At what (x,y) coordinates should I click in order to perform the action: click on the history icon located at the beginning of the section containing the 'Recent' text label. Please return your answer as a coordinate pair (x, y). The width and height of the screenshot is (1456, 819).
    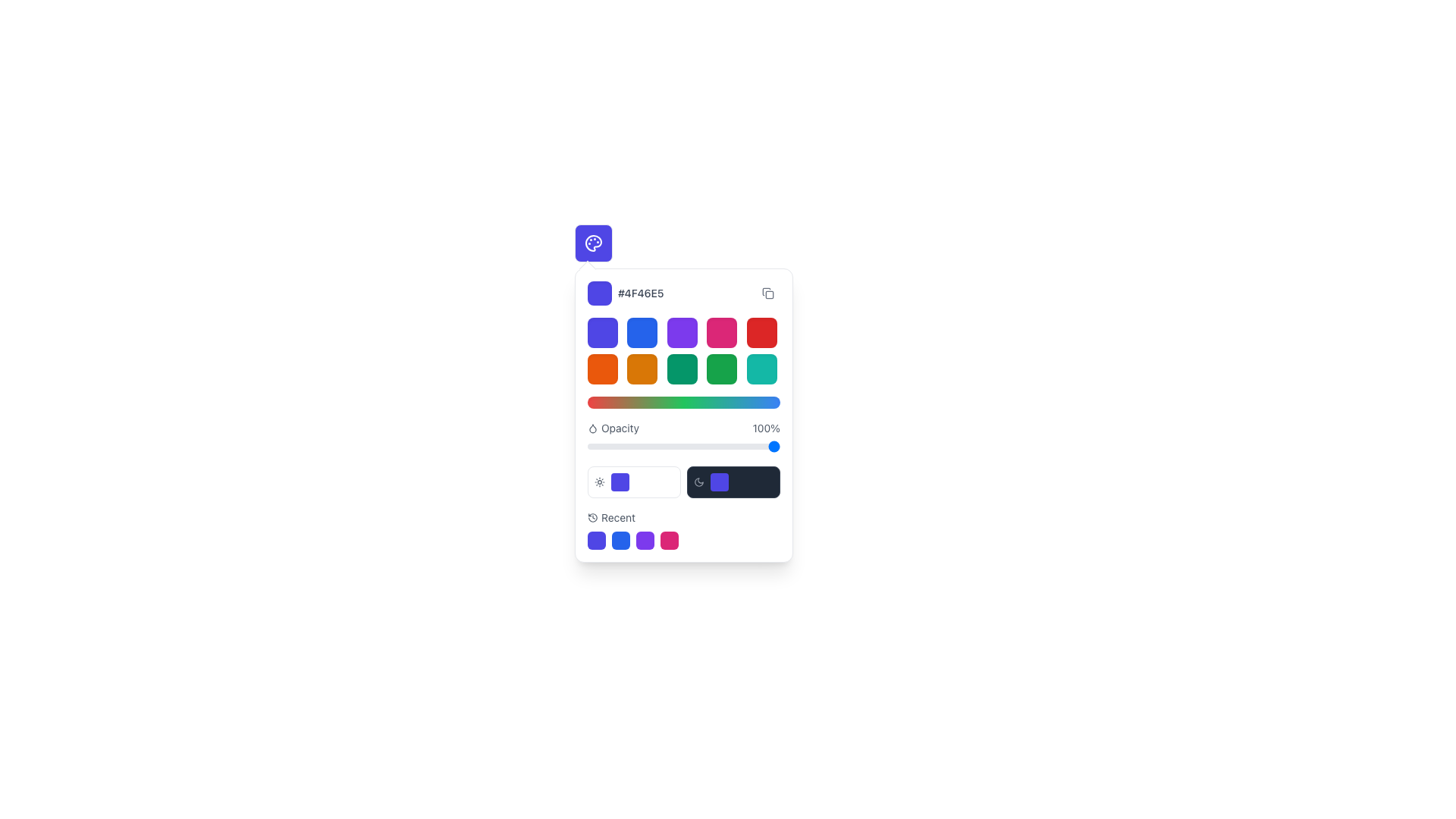
    Looking at the image, I should click on (592, 516).